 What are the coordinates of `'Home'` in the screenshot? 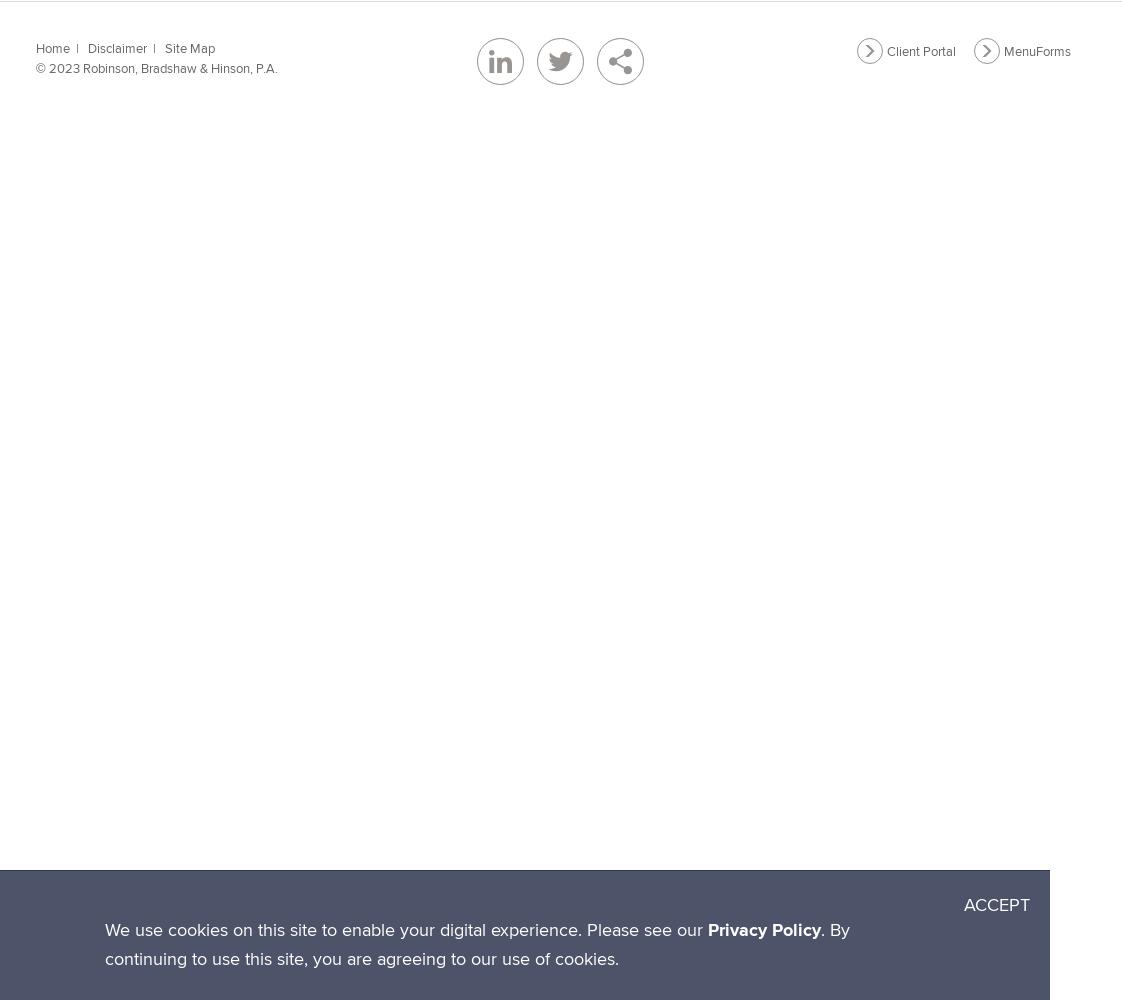 It's located at (51, 48).